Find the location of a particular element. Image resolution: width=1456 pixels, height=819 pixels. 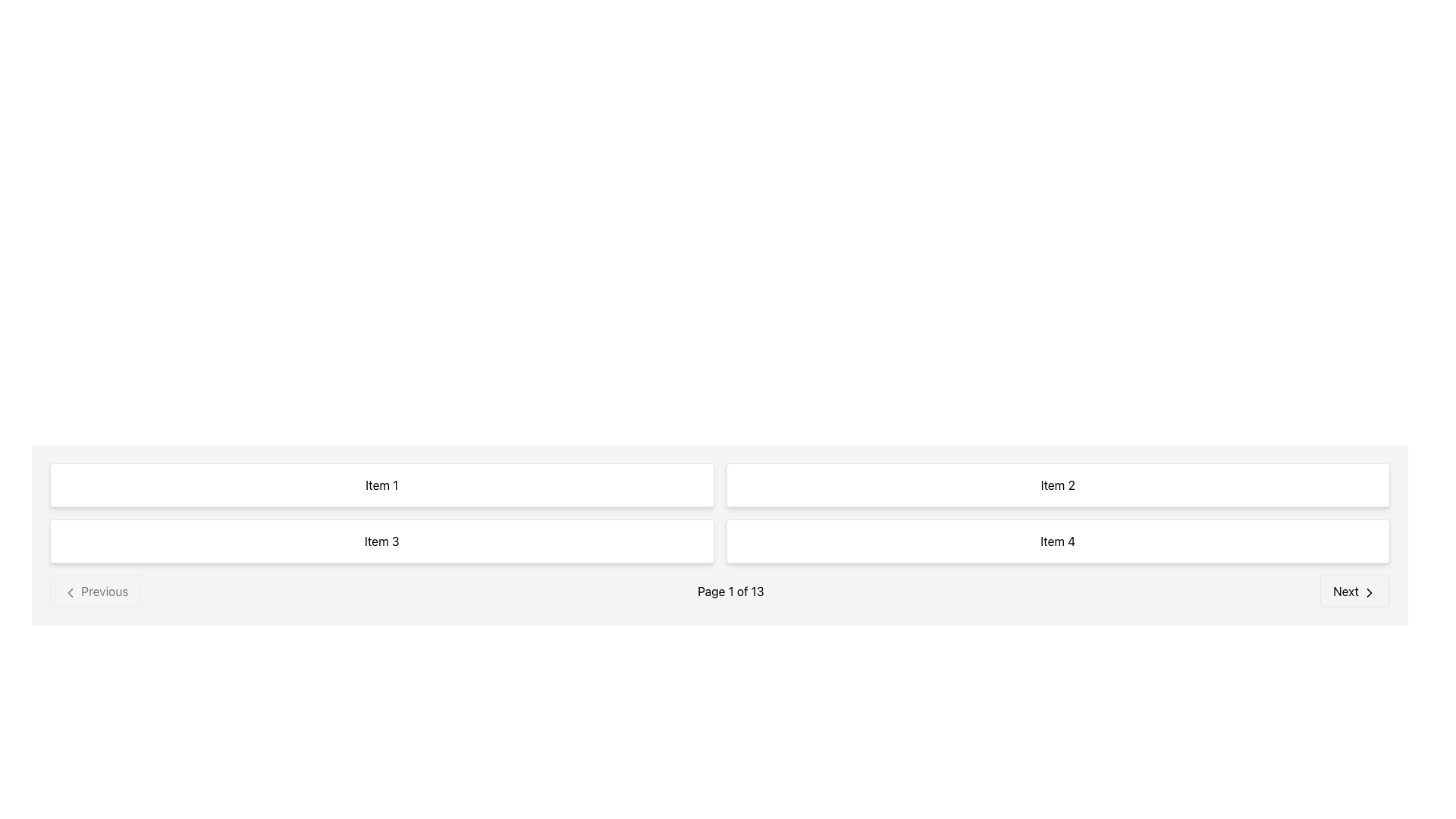

current page number displayed in the text element located at the center of the pagination bar, positioned between the 'Previous' and 'Next' buttons is located at coordinates (730, 590).